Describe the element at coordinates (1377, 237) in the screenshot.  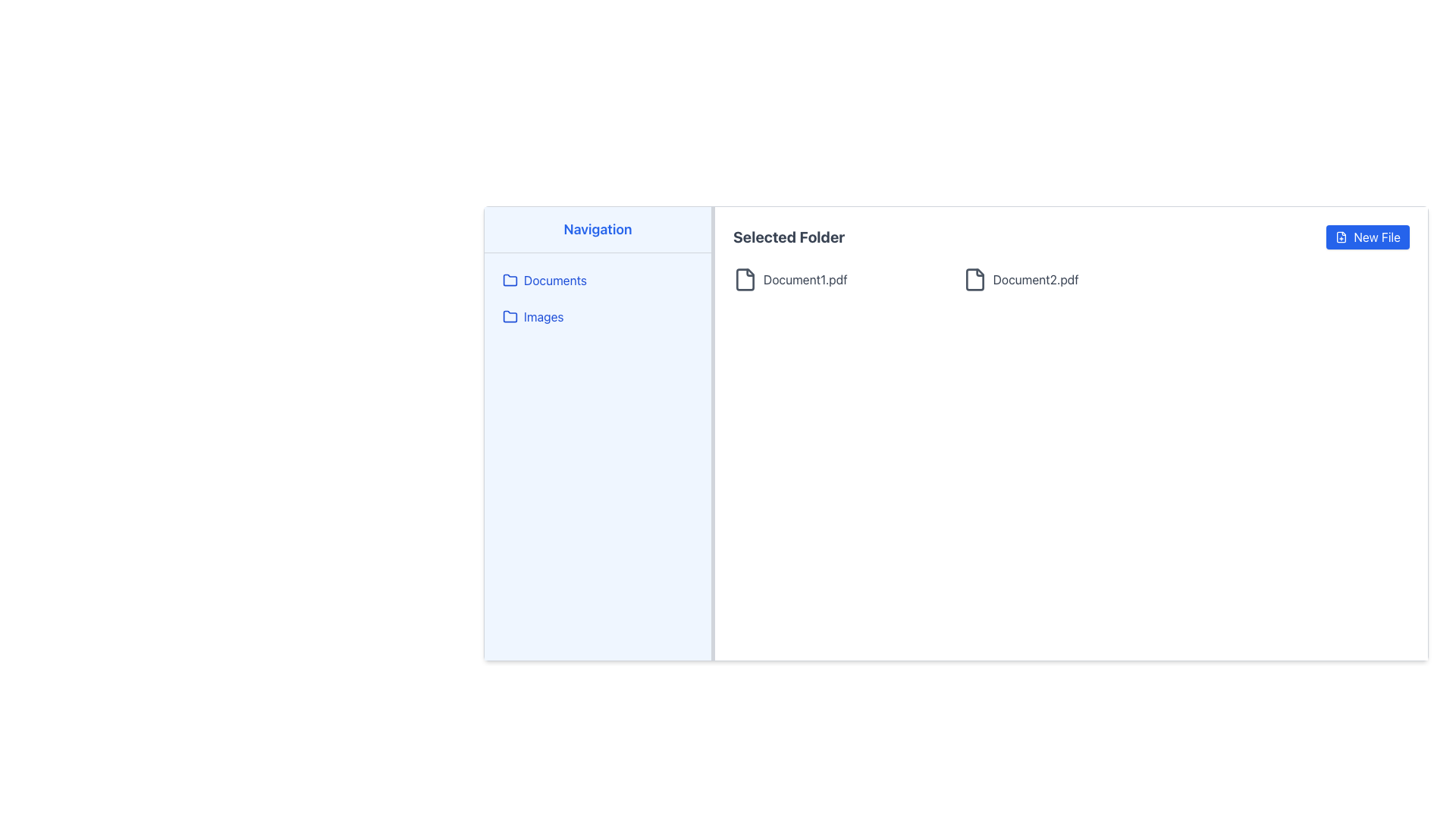
I see `text of the Text Label that indicates the purpose of the 'New File' button located at the top-right corner of the interface` at that location.